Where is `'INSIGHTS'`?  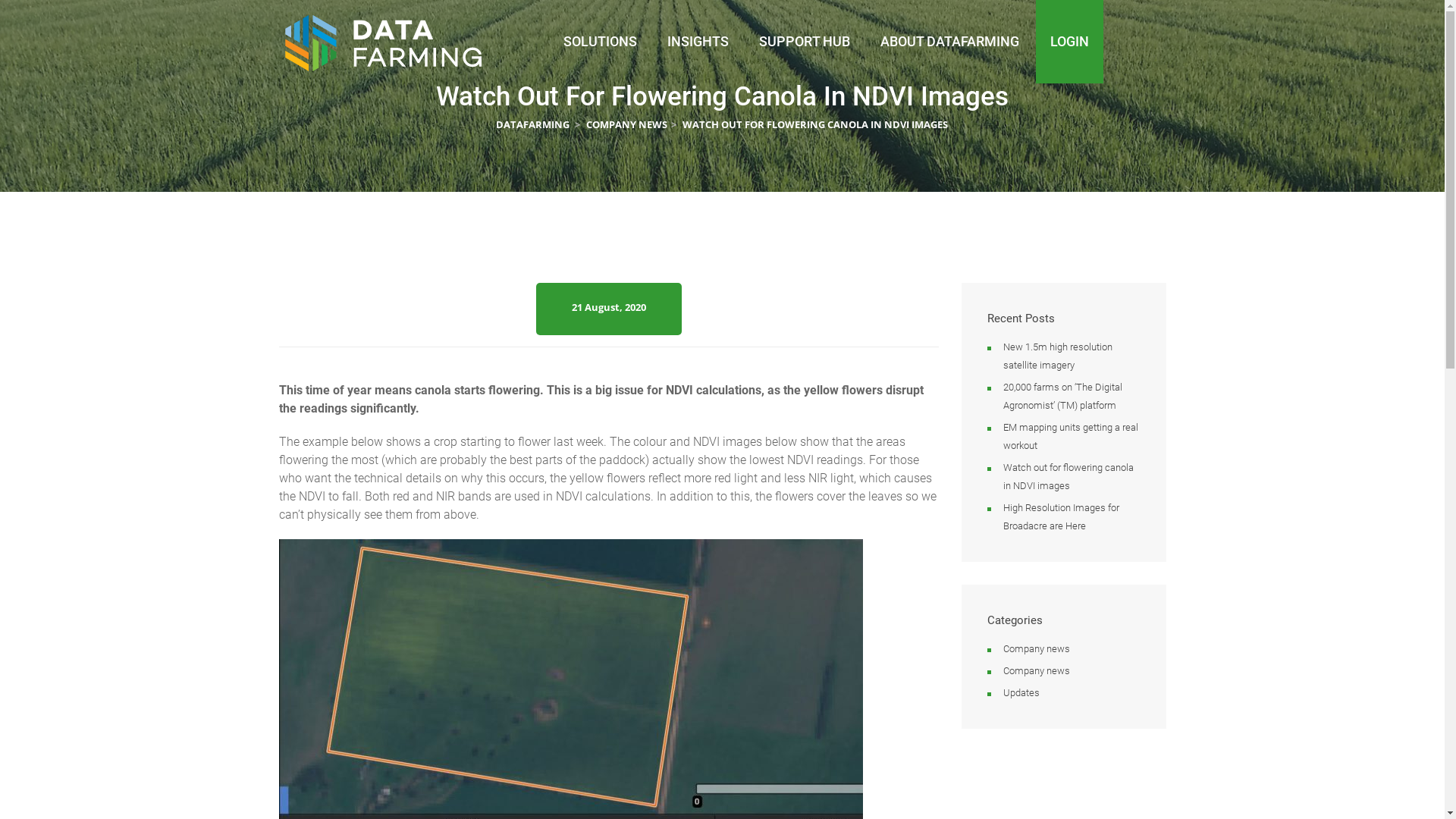
'INSIGHTS' is located at coordinates (697, 40).